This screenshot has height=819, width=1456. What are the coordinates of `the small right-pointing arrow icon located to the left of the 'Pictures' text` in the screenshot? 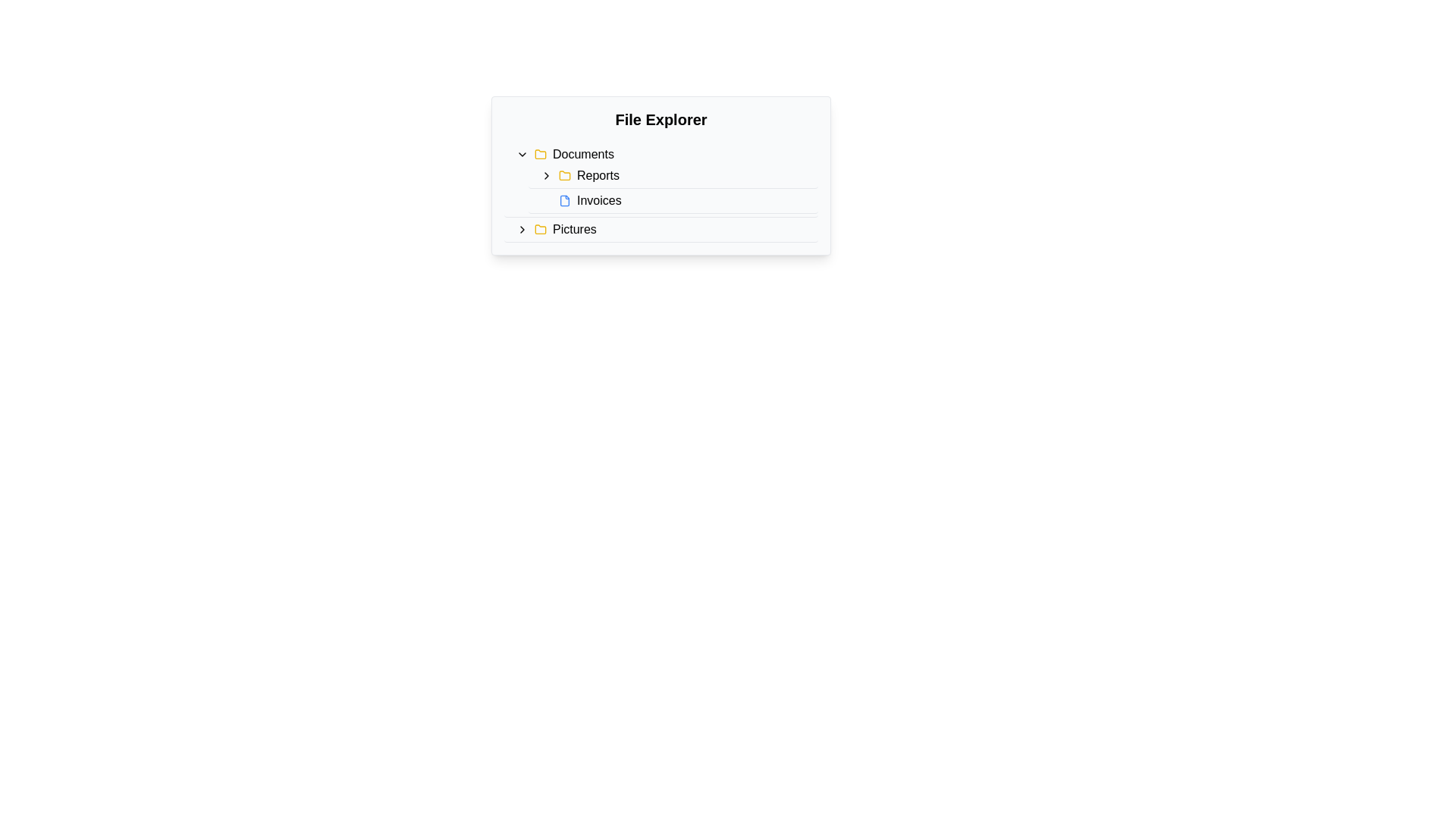 It's located at (522, 230).